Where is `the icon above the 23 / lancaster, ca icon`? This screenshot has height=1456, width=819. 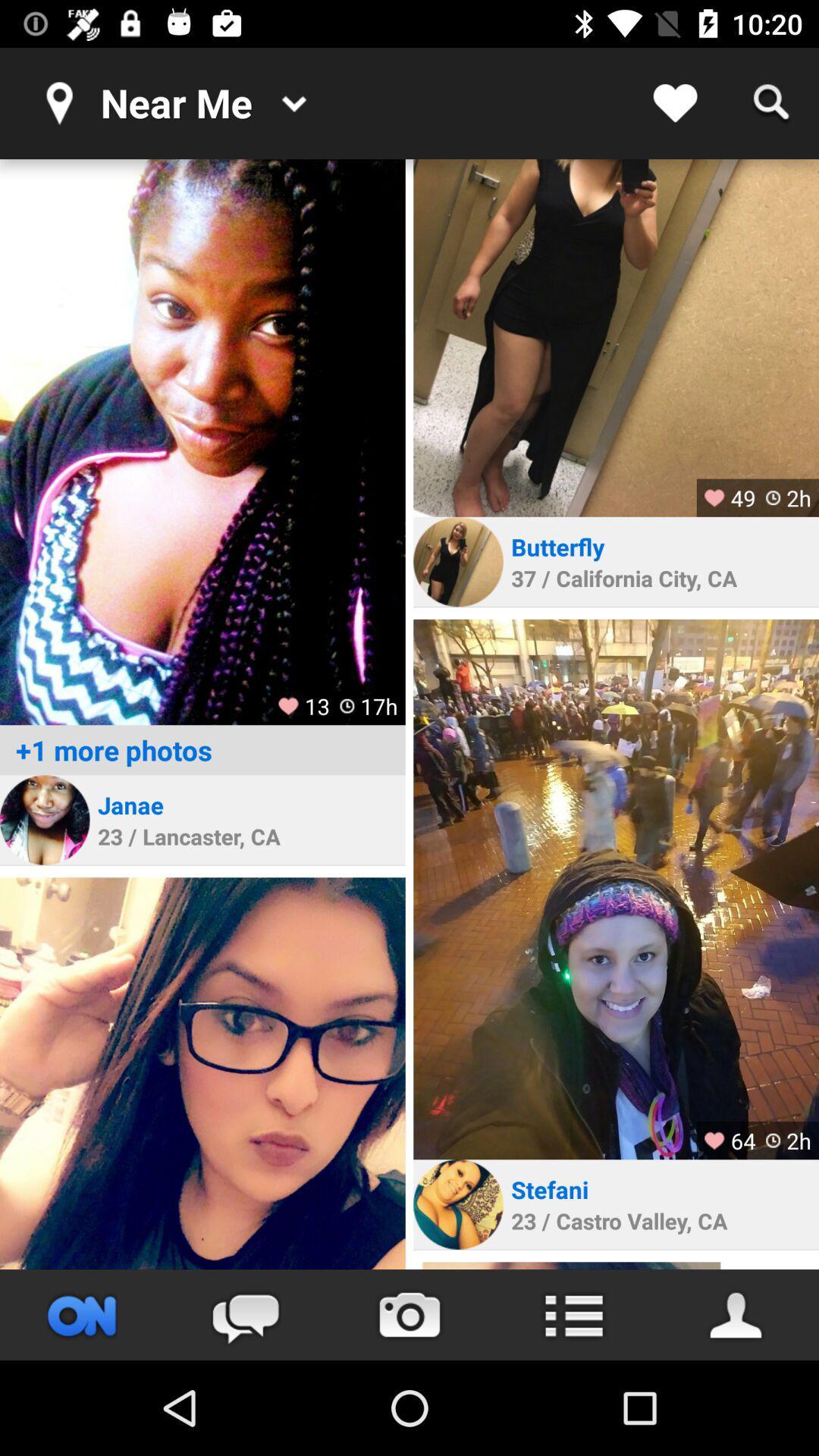 the icon above the 23 / lancaster, ca icon is located at coordinates (130, 804).